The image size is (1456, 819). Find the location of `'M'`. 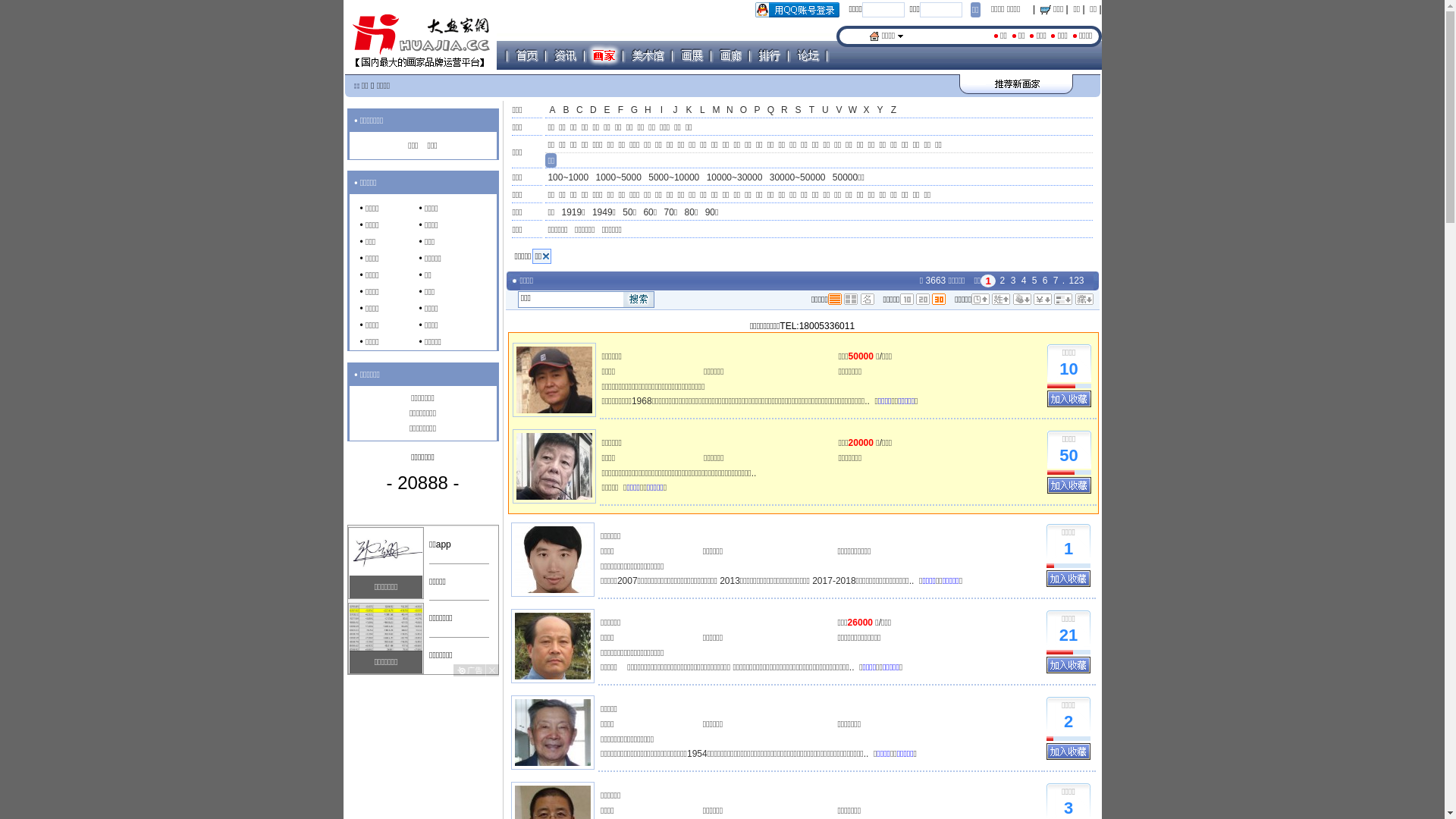

'M' is located at coordinates (715, 110).